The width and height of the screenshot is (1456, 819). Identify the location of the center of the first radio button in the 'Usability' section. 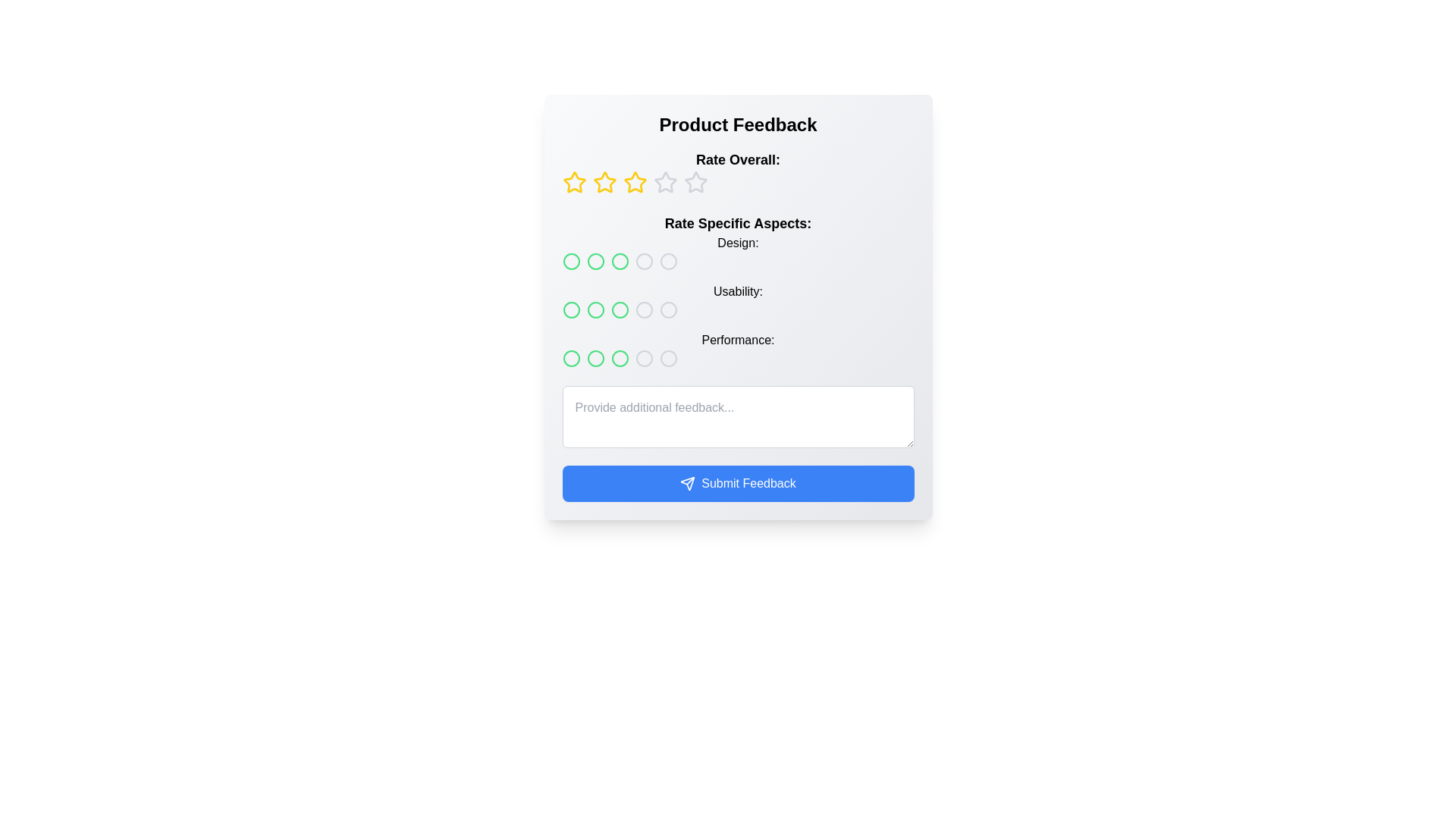
(570, 309).